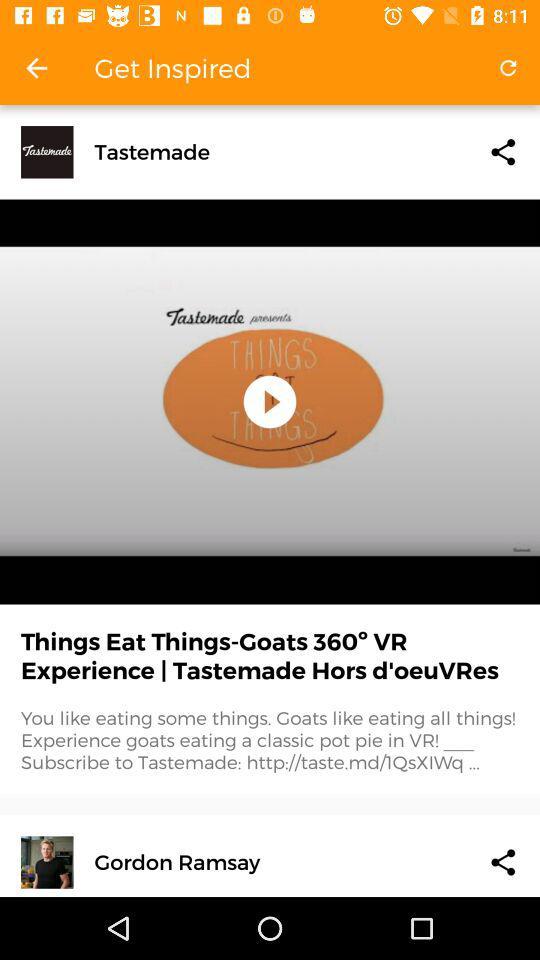 The height and width of the screenshot is (960, 540). I want to click on item above tastemade, so click(508, 68).